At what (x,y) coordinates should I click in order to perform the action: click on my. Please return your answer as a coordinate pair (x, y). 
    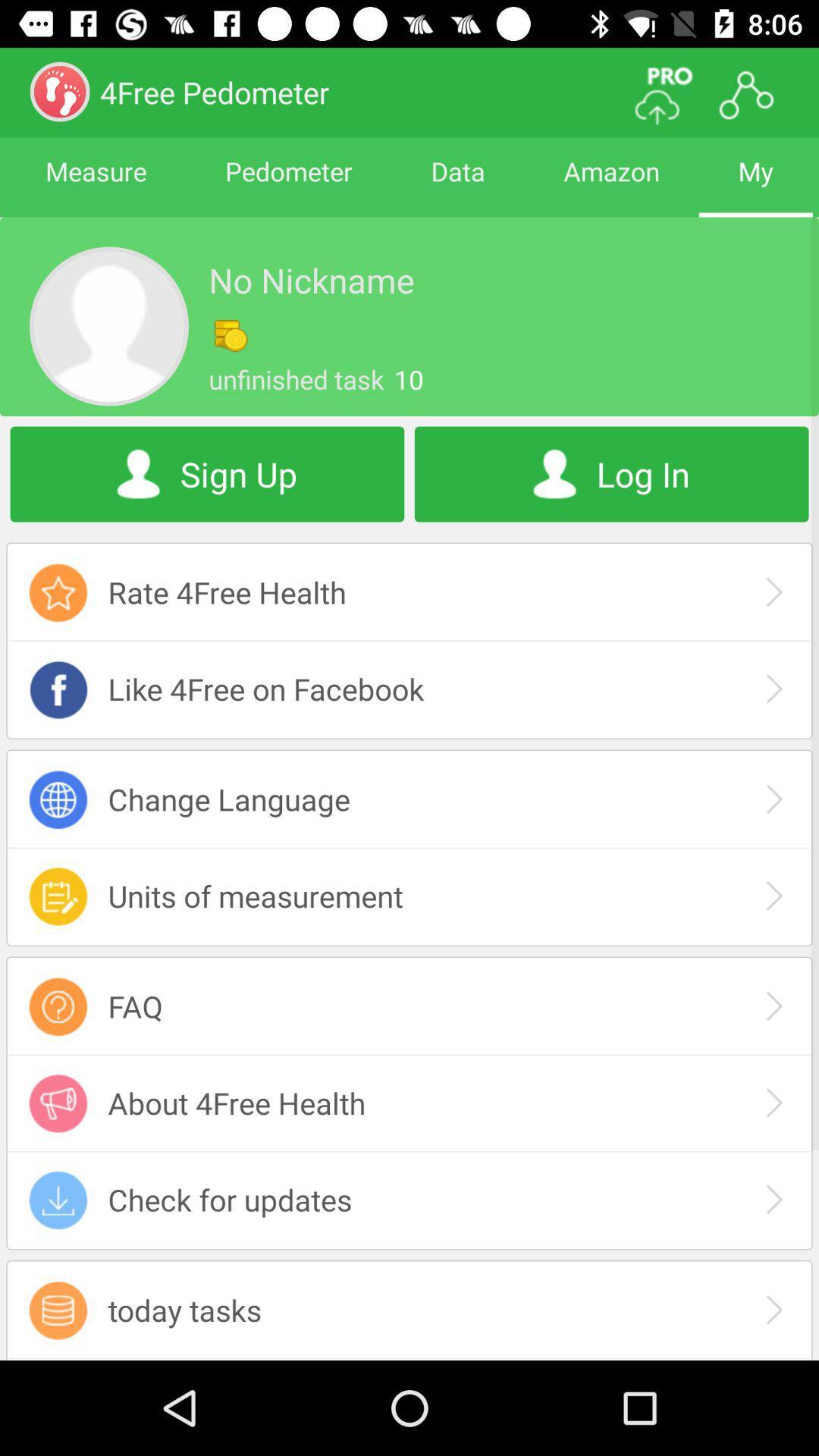
    Looking at the image, I should click on (755, 184).